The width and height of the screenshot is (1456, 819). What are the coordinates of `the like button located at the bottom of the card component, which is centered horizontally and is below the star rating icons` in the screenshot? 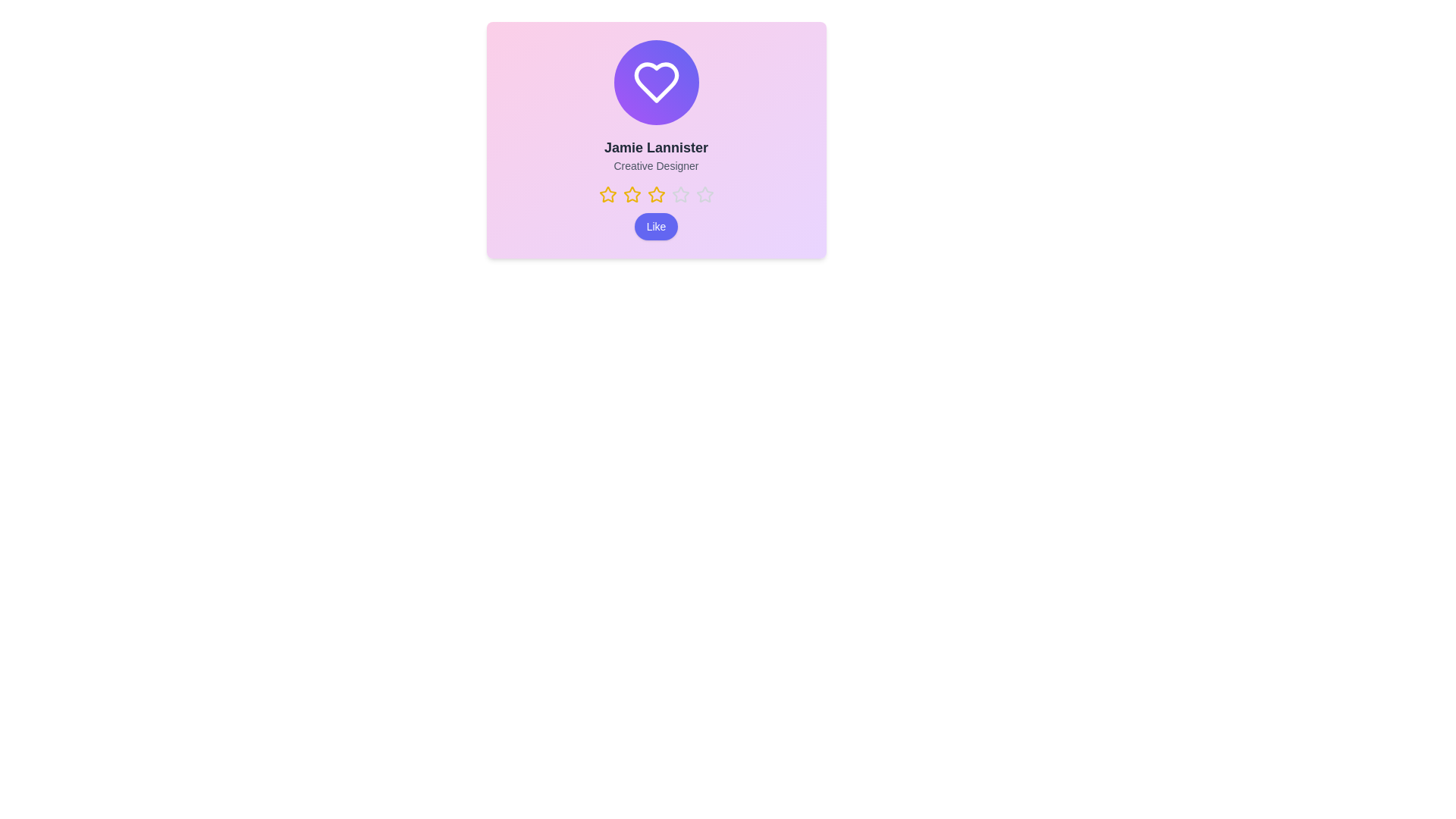 It's located at (656, 227).